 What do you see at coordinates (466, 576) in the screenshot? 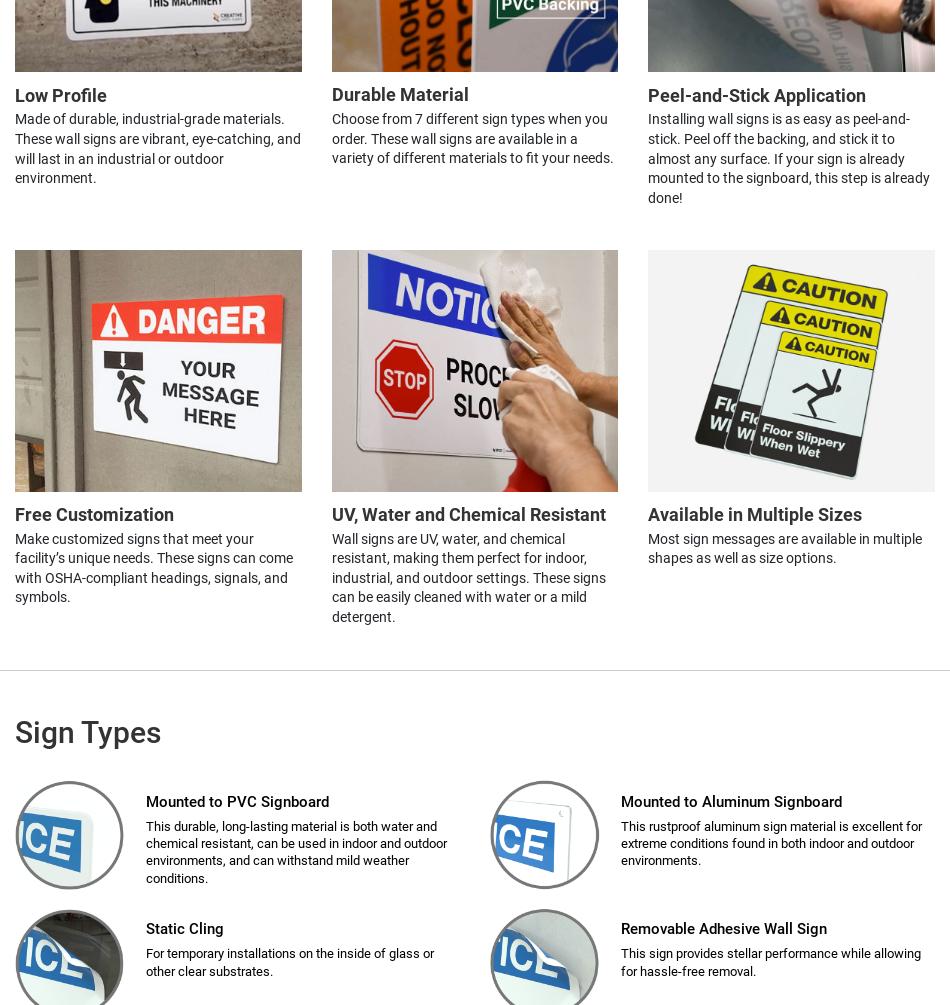
I see `'Wall signs are UV, water, and chemical resistant, making them perfect for indoor, industrial, and outdoor settings. These signs can be easily cleaned with water or a mild detergent.'` at bounding box center [466, 576].